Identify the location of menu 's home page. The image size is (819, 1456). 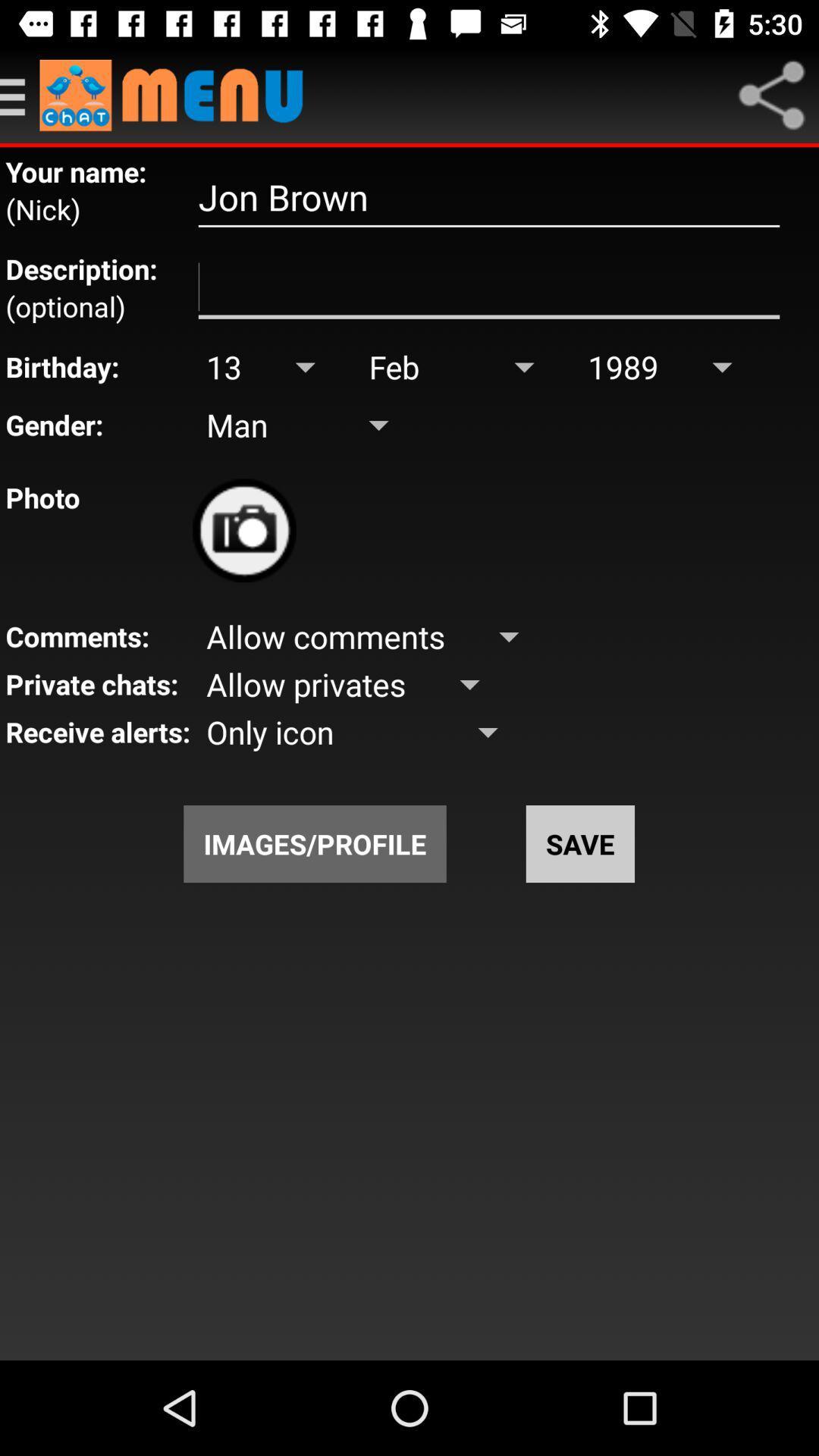
(178, 94).